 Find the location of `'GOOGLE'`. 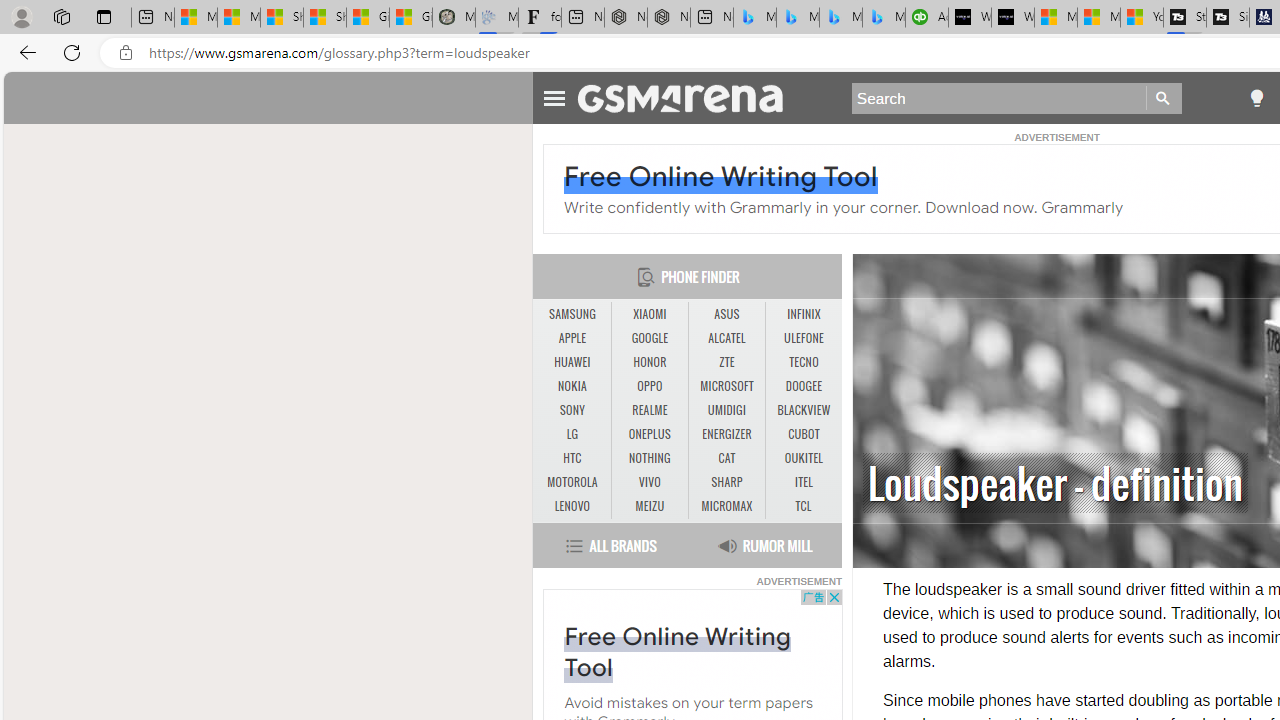

'GOOGLE' is located at coordinates (650, 338).